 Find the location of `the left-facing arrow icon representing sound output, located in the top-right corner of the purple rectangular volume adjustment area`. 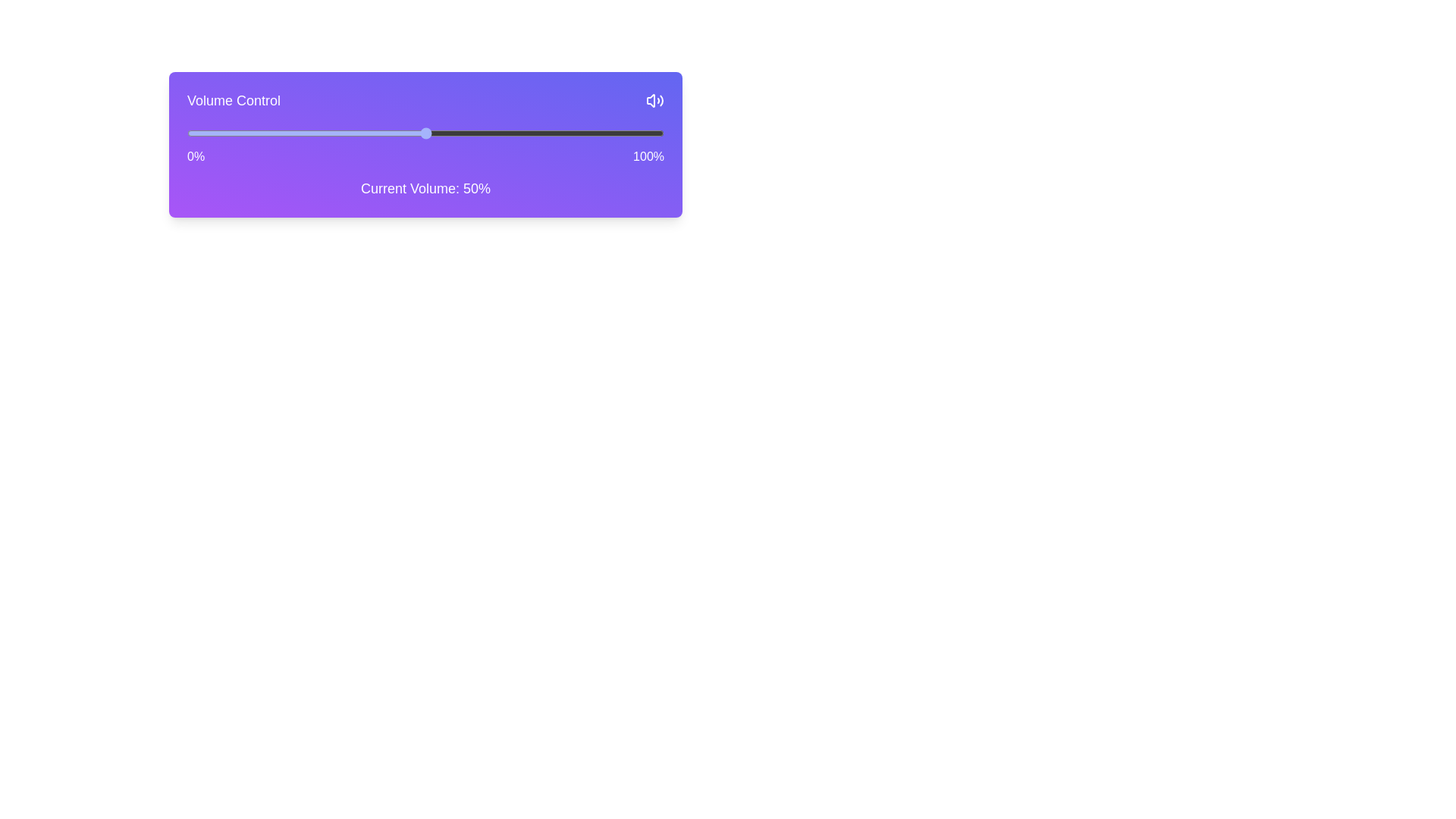

the left-facing arrow icon representing sound output, located in the top-right corner of the purple rectangular volume adjustment area is located at coordinates (651, 100).